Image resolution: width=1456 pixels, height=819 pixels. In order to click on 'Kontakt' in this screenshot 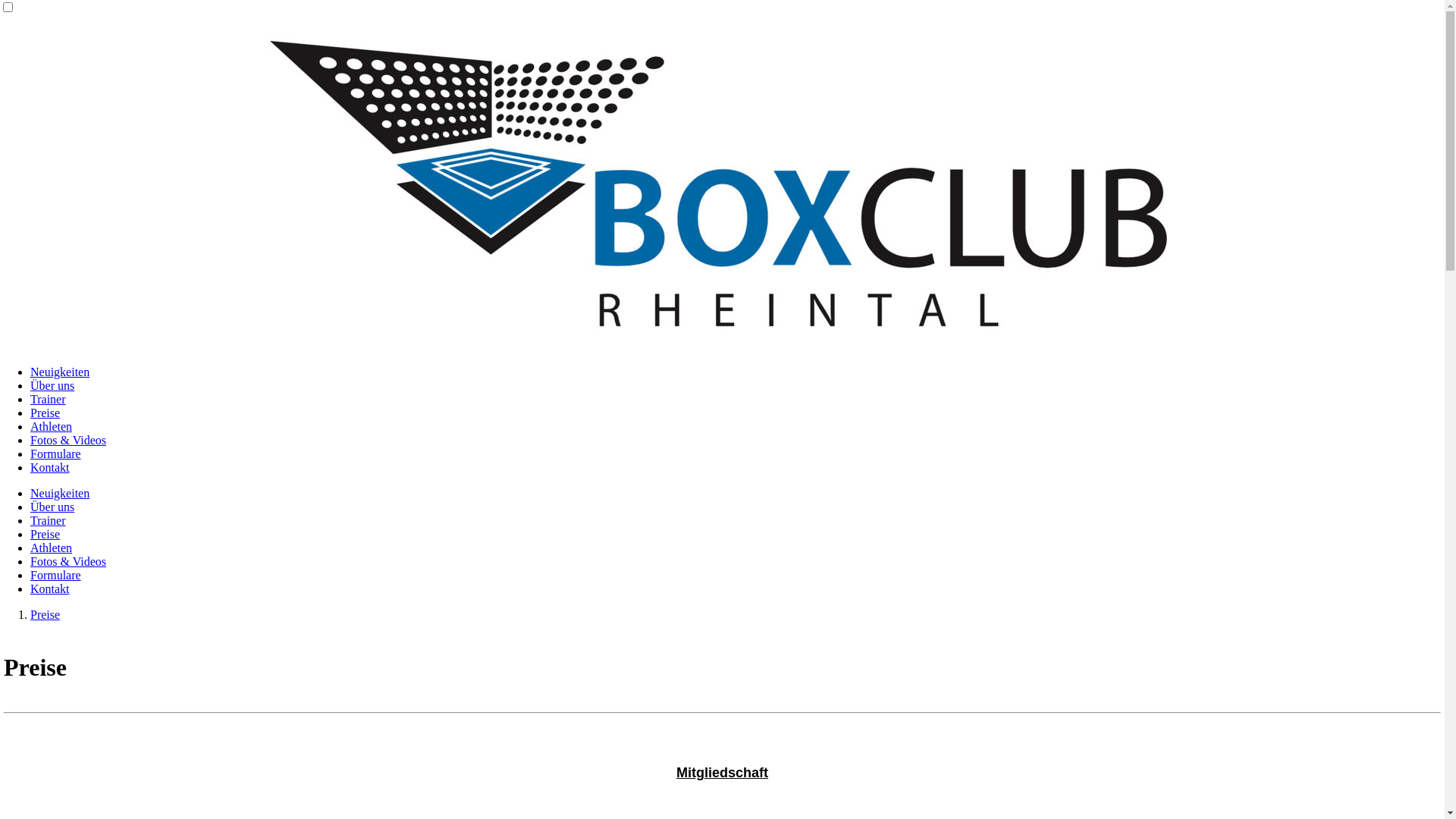, I will do `click(50, 588)`.